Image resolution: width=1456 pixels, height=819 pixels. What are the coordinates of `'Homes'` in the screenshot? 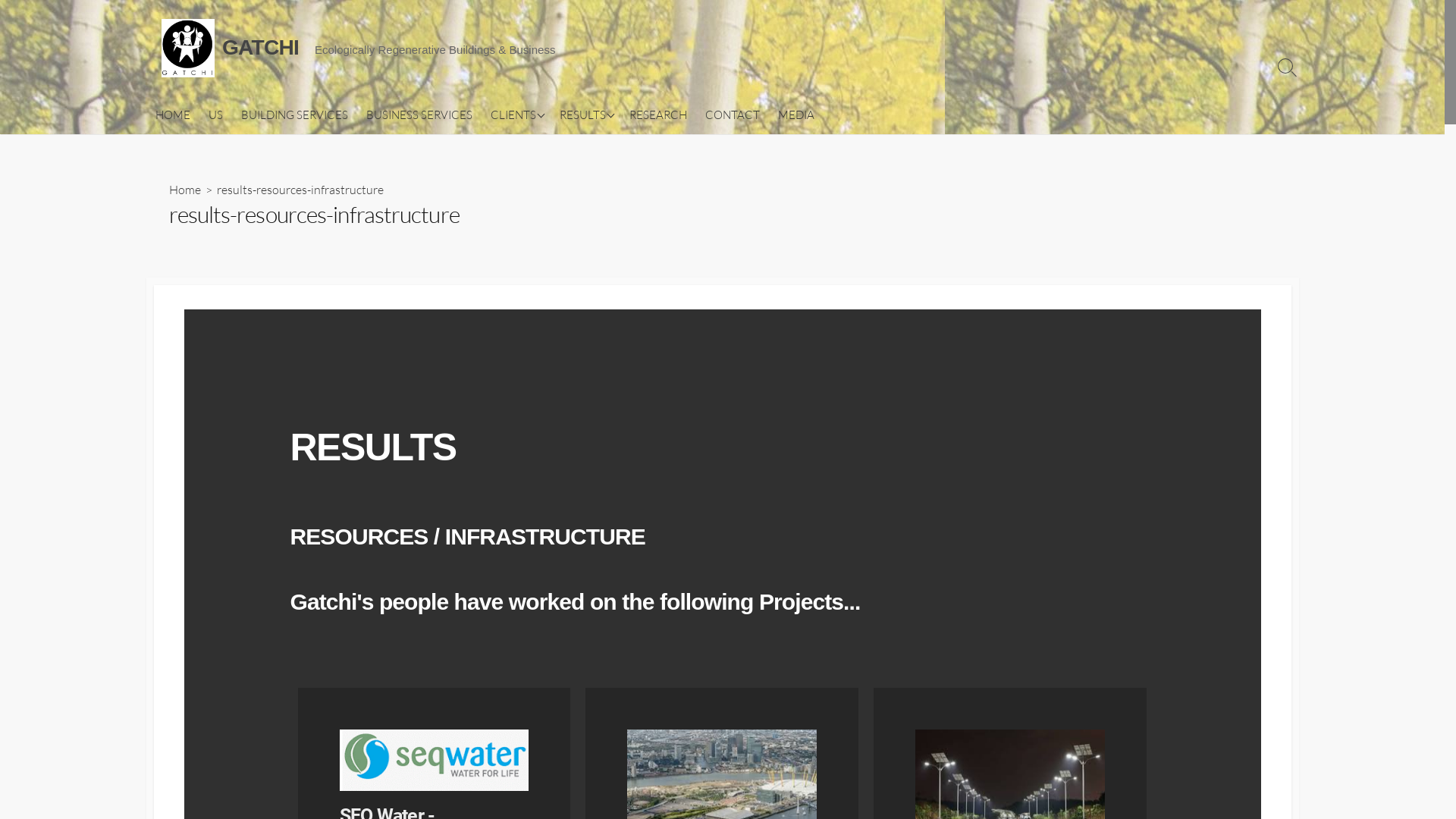 It's located at (626, 112).